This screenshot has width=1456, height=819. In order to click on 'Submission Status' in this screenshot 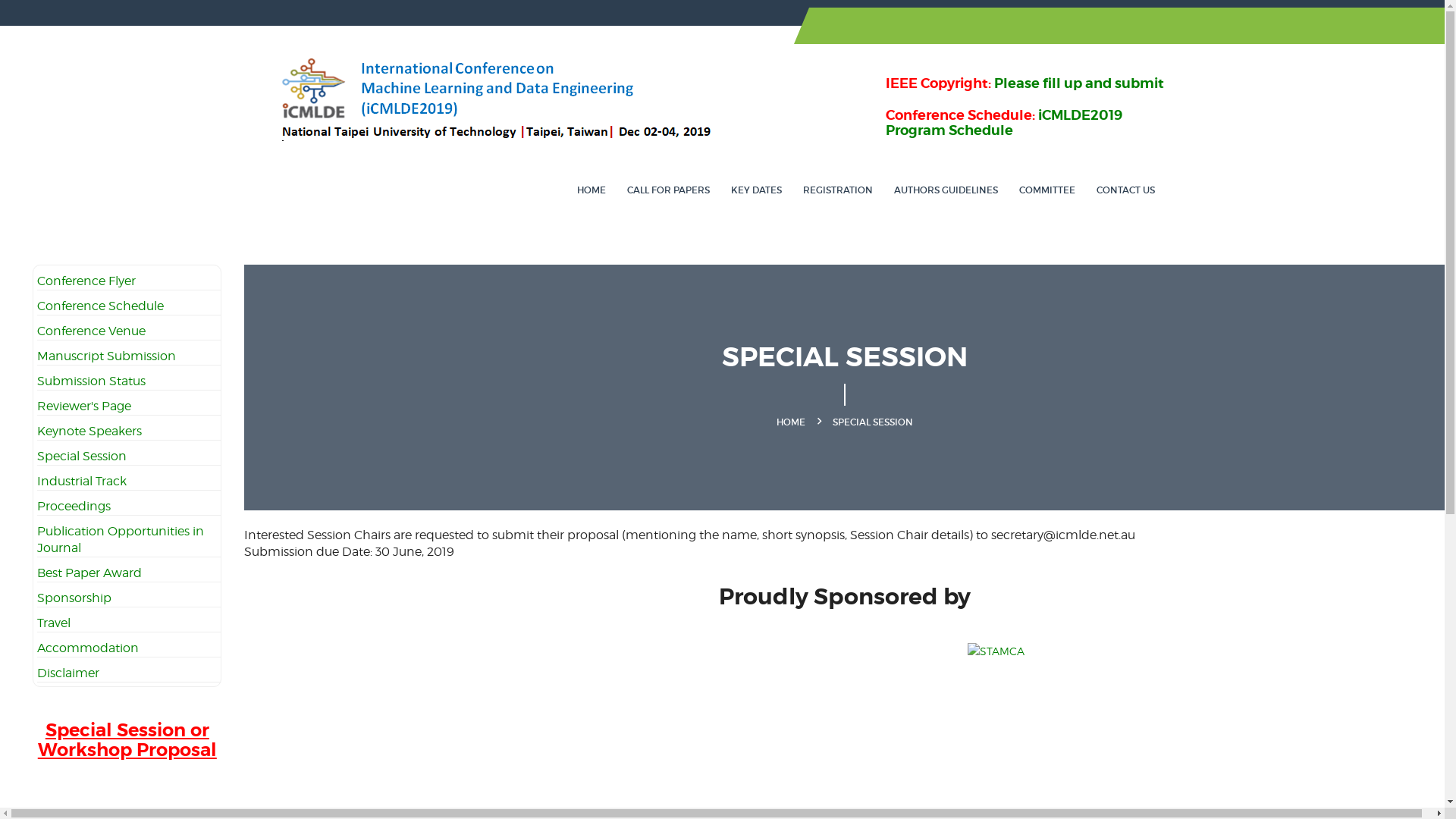, I will do `click(90, 380)`.